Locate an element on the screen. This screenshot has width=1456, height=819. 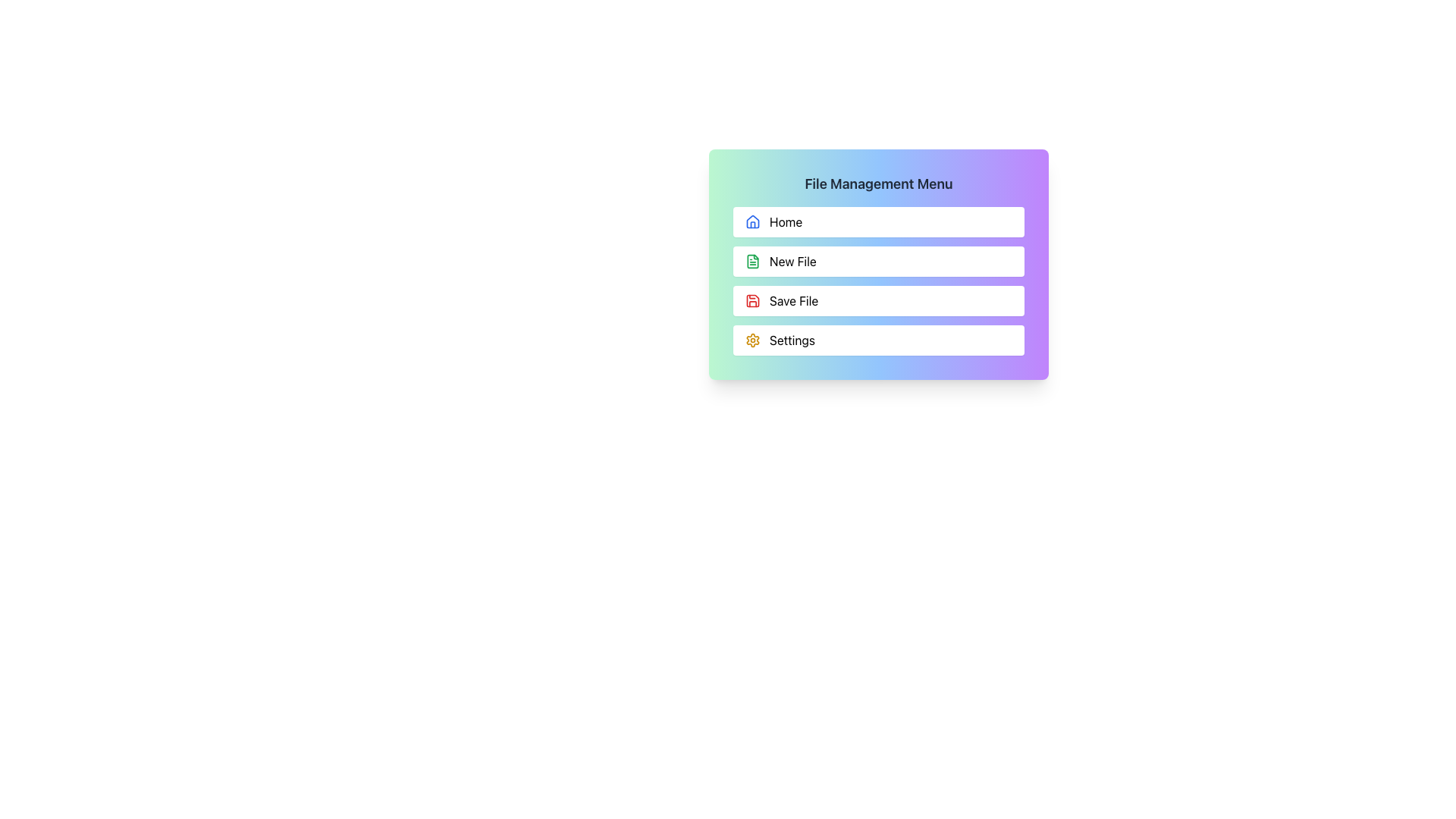
the gear-shaped icon in yellow, which signifies the settings function and is located at the bottom of the list of icons is located at coordinates (753, 339).